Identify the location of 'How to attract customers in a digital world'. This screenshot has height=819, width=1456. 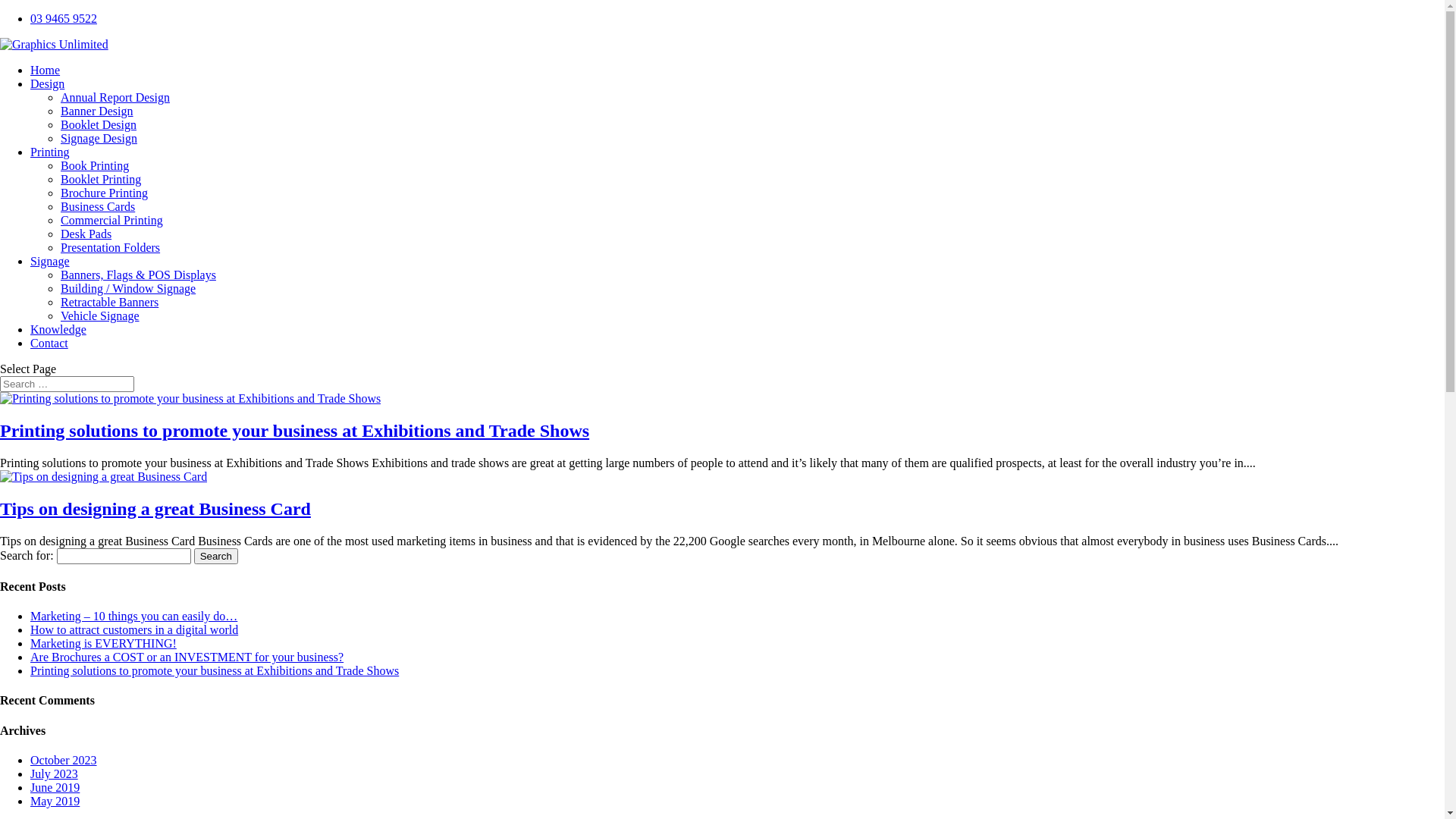
(134, 629).